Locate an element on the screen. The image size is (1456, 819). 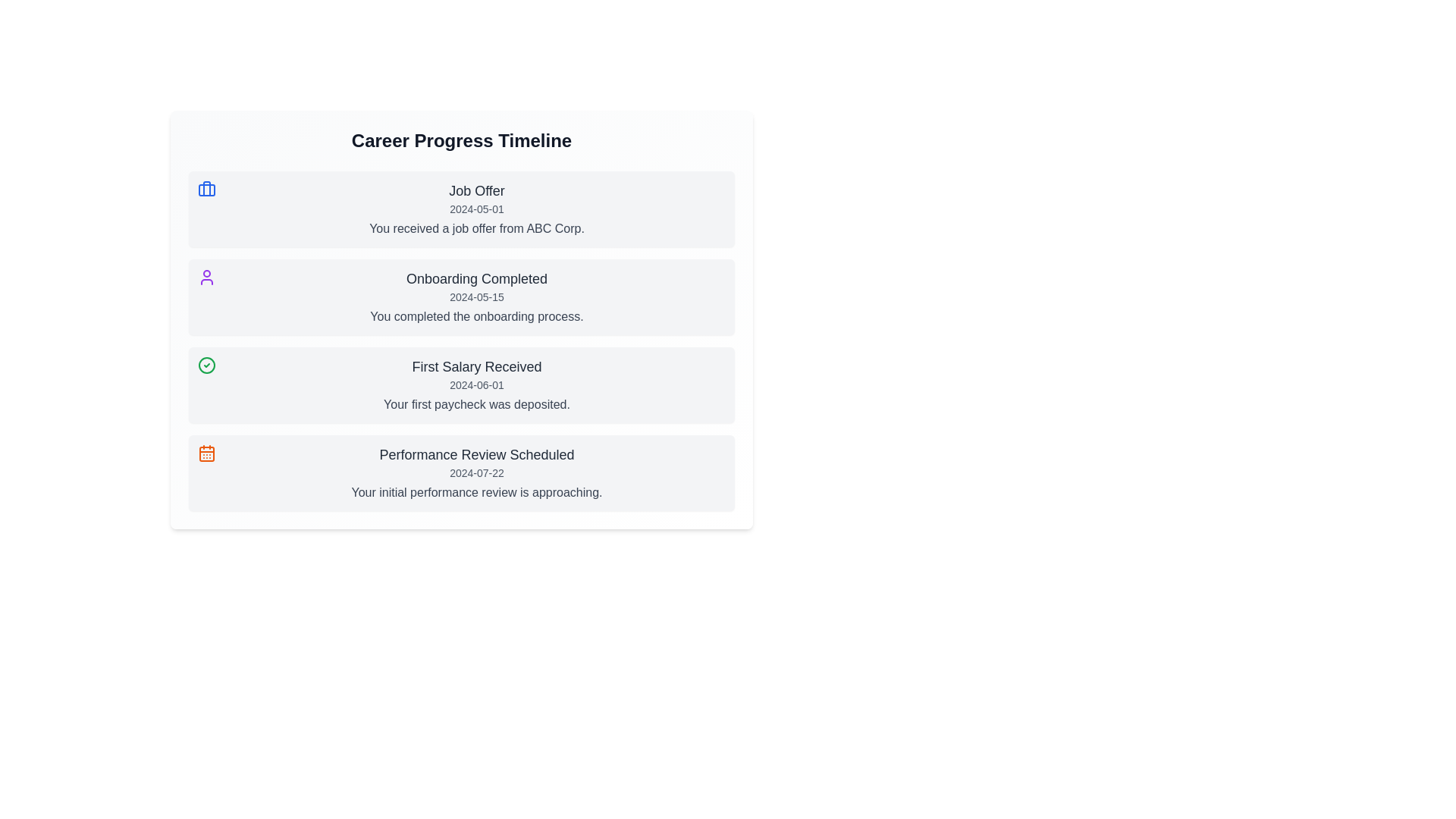
the 'Job Offer' title header in the first entry of the 'Career Progress Timeline' to read its content is located at coordinates (475, 190).